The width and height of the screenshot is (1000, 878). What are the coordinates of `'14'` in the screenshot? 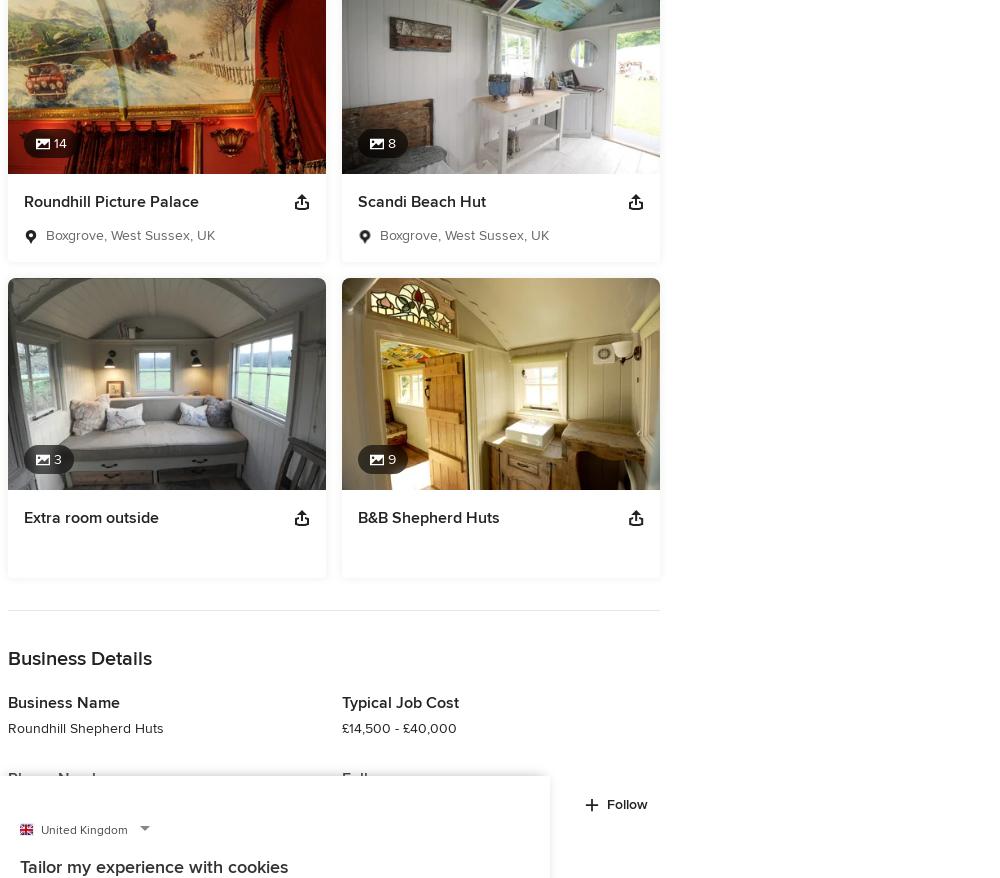 It's located at (60, 142).